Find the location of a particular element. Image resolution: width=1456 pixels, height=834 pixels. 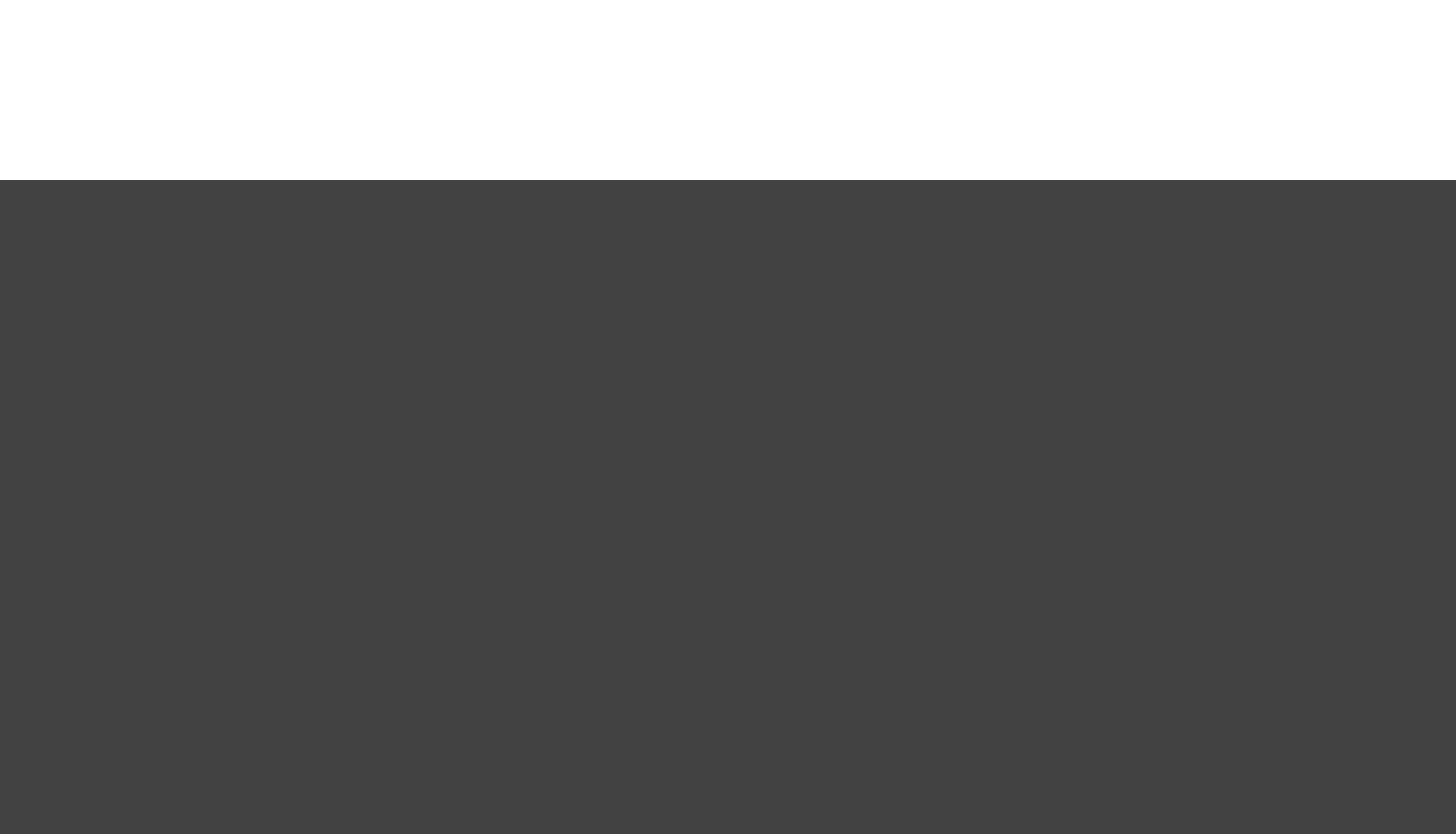

'CACI Jowl Lift' is located at coordinates (326, 724).